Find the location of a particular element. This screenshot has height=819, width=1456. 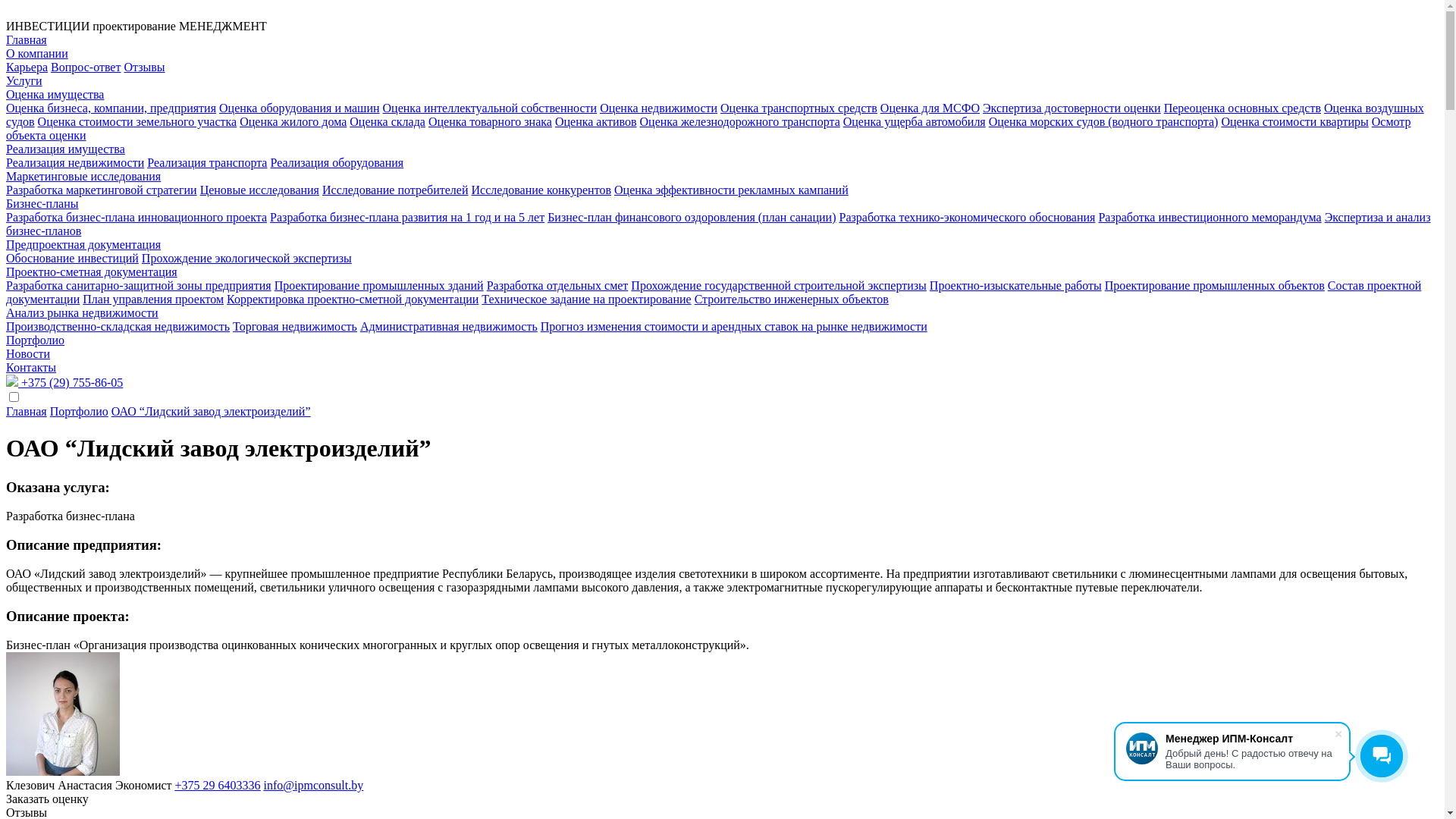

'+375 29 6403336' is located at coordinates (217, 785).